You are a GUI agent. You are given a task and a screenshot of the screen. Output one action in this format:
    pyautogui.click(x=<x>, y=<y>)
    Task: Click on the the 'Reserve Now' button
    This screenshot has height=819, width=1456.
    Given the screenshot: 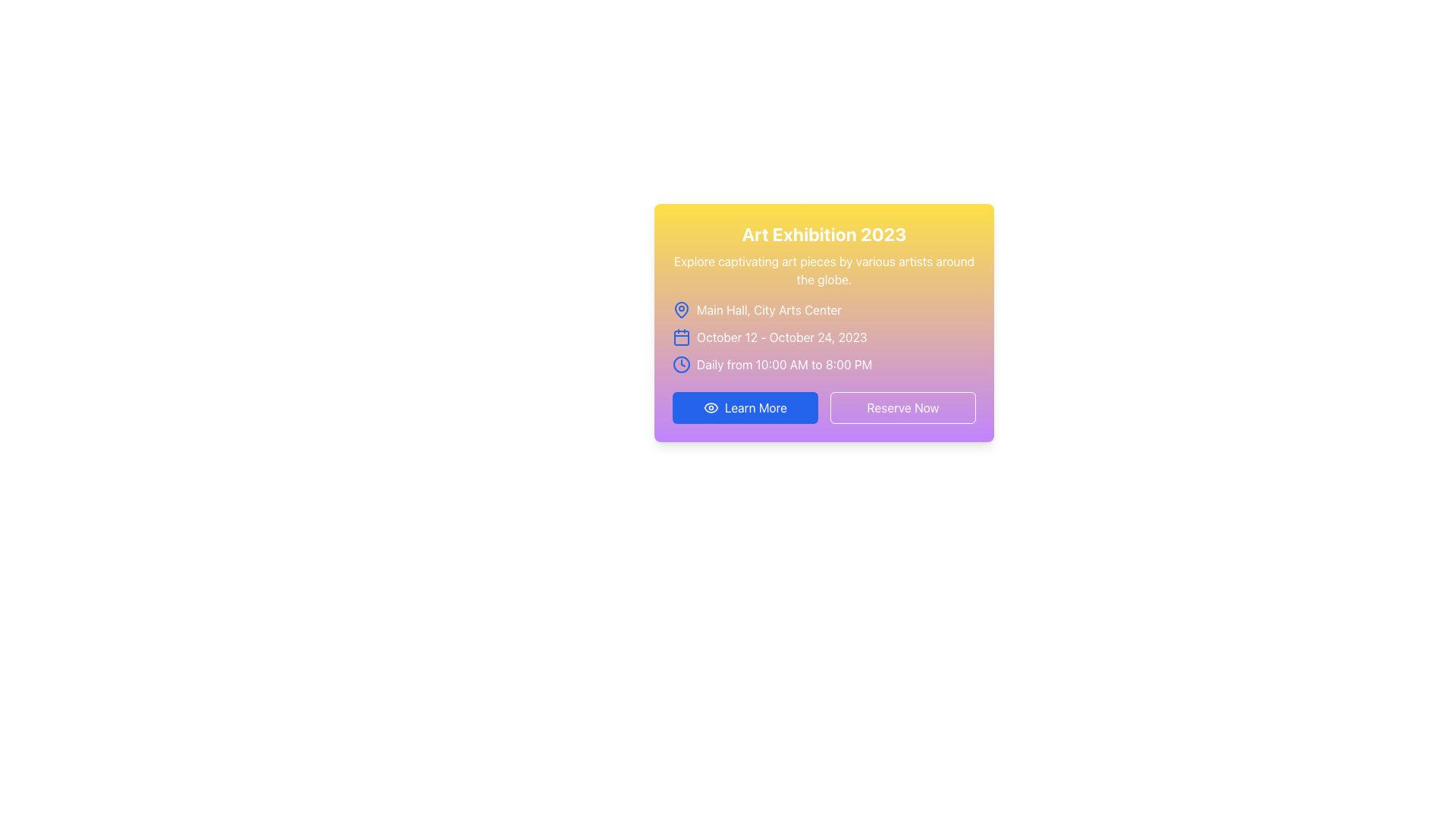 What is the action you would take?
    pyautogui.click(x=902, y=406)
    